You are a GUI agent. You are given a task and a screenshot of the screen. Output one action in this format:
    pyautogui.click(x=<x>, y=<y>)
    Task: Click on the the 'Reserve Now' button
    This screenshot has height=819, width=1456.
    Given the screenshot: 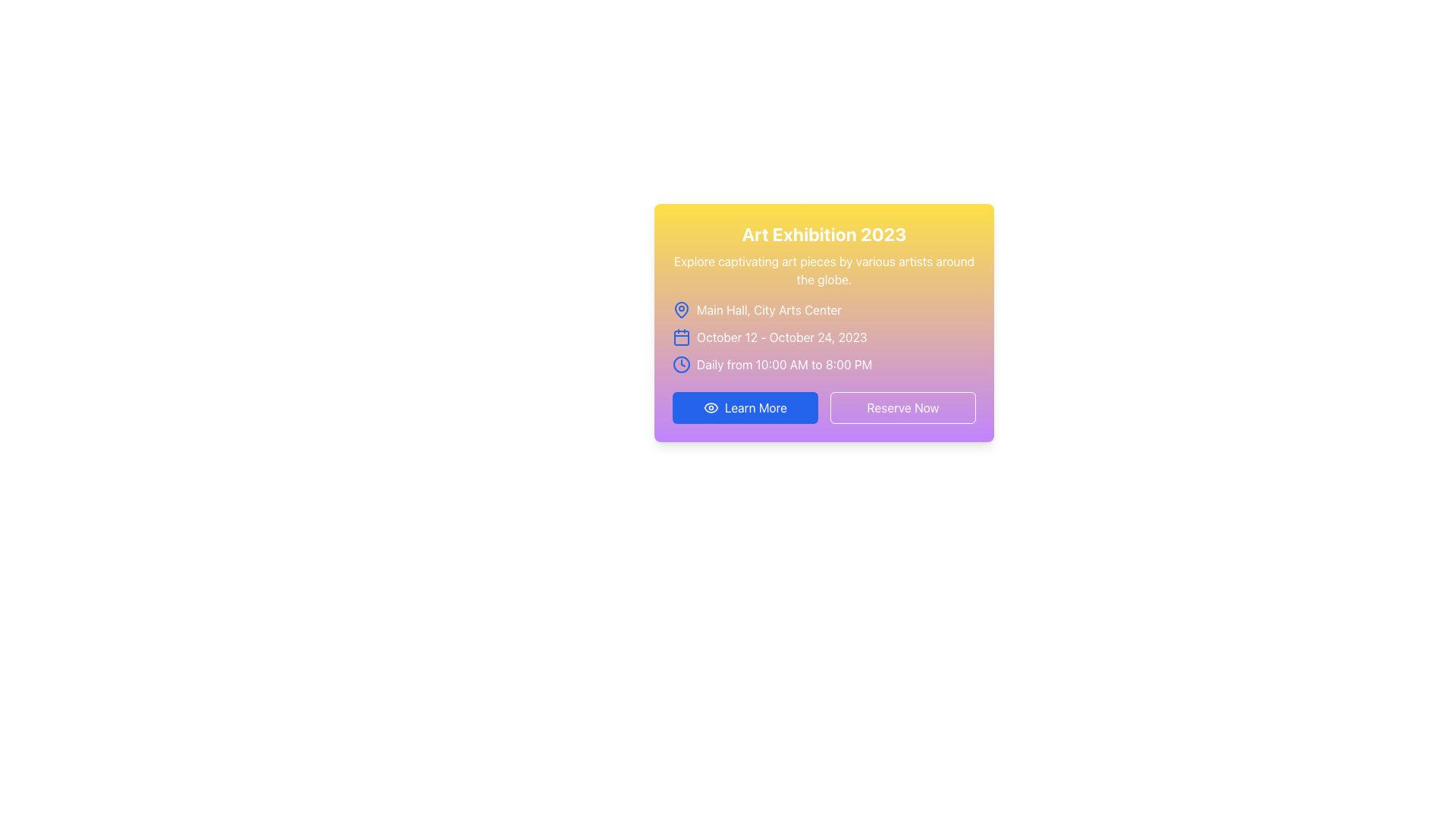 What is the action you would take?
    pyautogui.click(x=902, y=406)
    